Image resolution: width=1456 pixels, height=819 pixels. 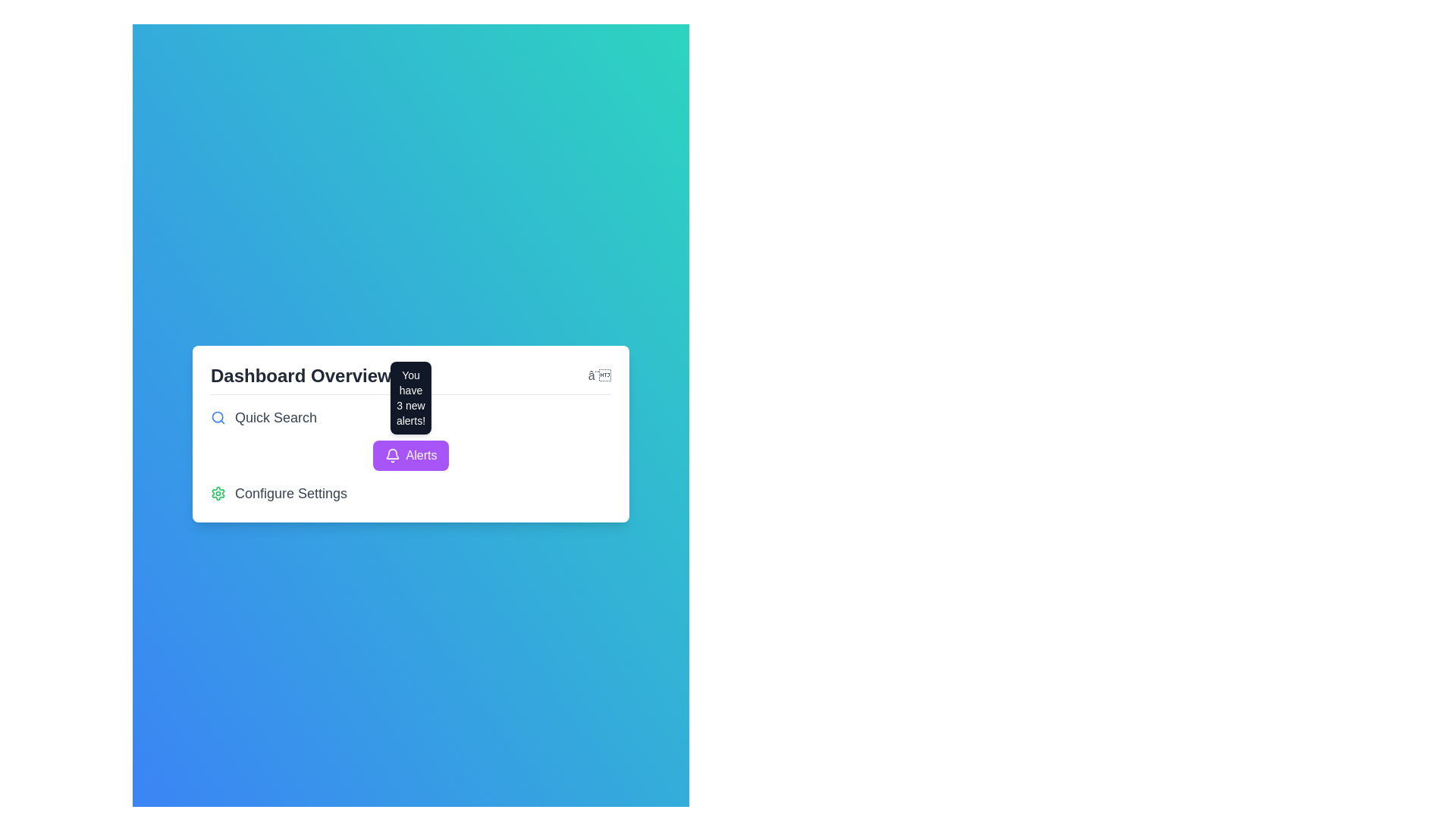 I want to click on the bold, large-sized text label reading 'Dashboard Overview', which is styled with dark gray coloring and positioned prominently at the top of the section, to the left of the header-like structure, so click(x=301, y=375).